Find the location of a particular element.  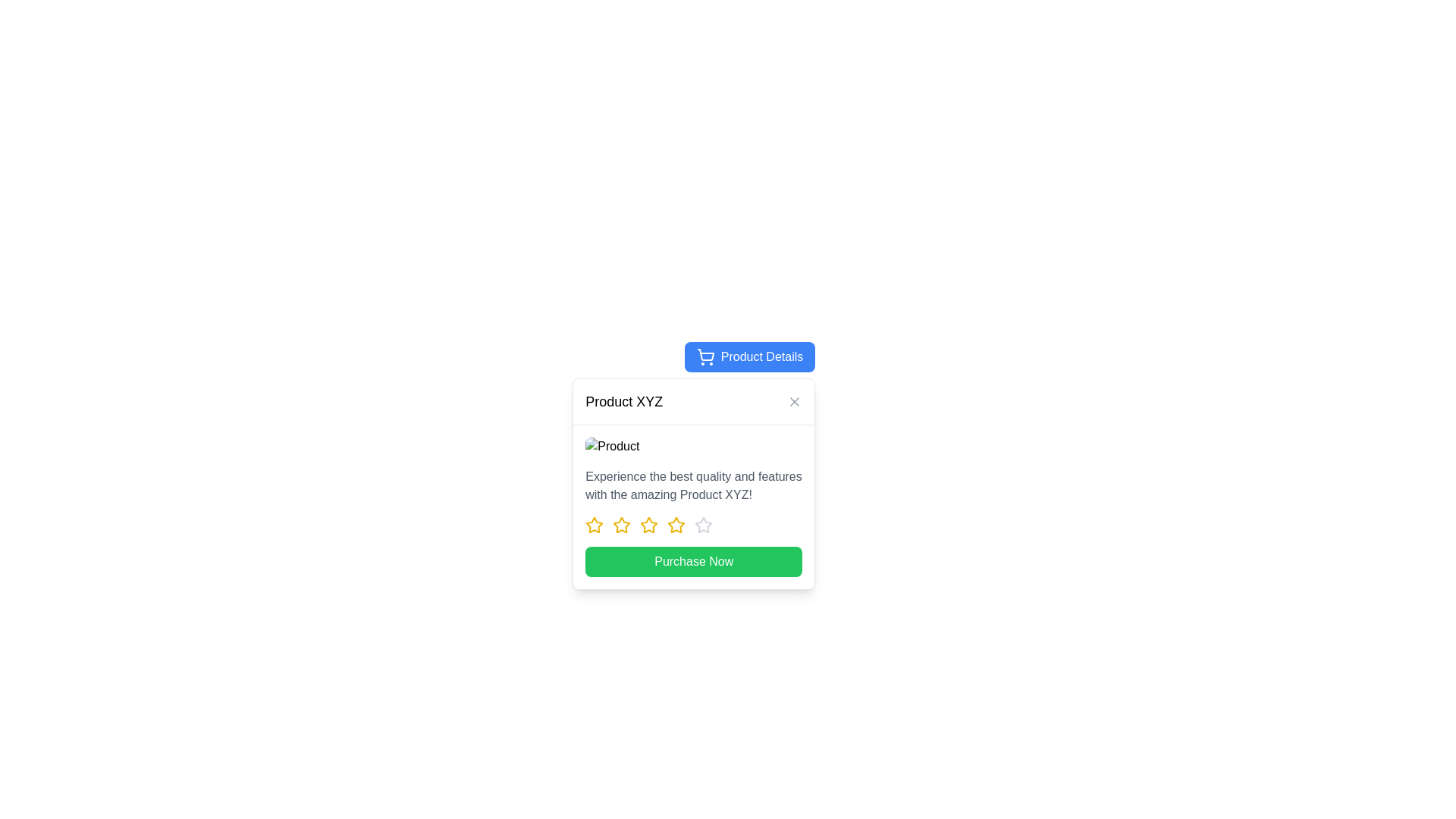

the label within the button that triggers additional product-related details, located to the right of the shopping cart icon at the top-center of the window is located at coordinates (761, 356).